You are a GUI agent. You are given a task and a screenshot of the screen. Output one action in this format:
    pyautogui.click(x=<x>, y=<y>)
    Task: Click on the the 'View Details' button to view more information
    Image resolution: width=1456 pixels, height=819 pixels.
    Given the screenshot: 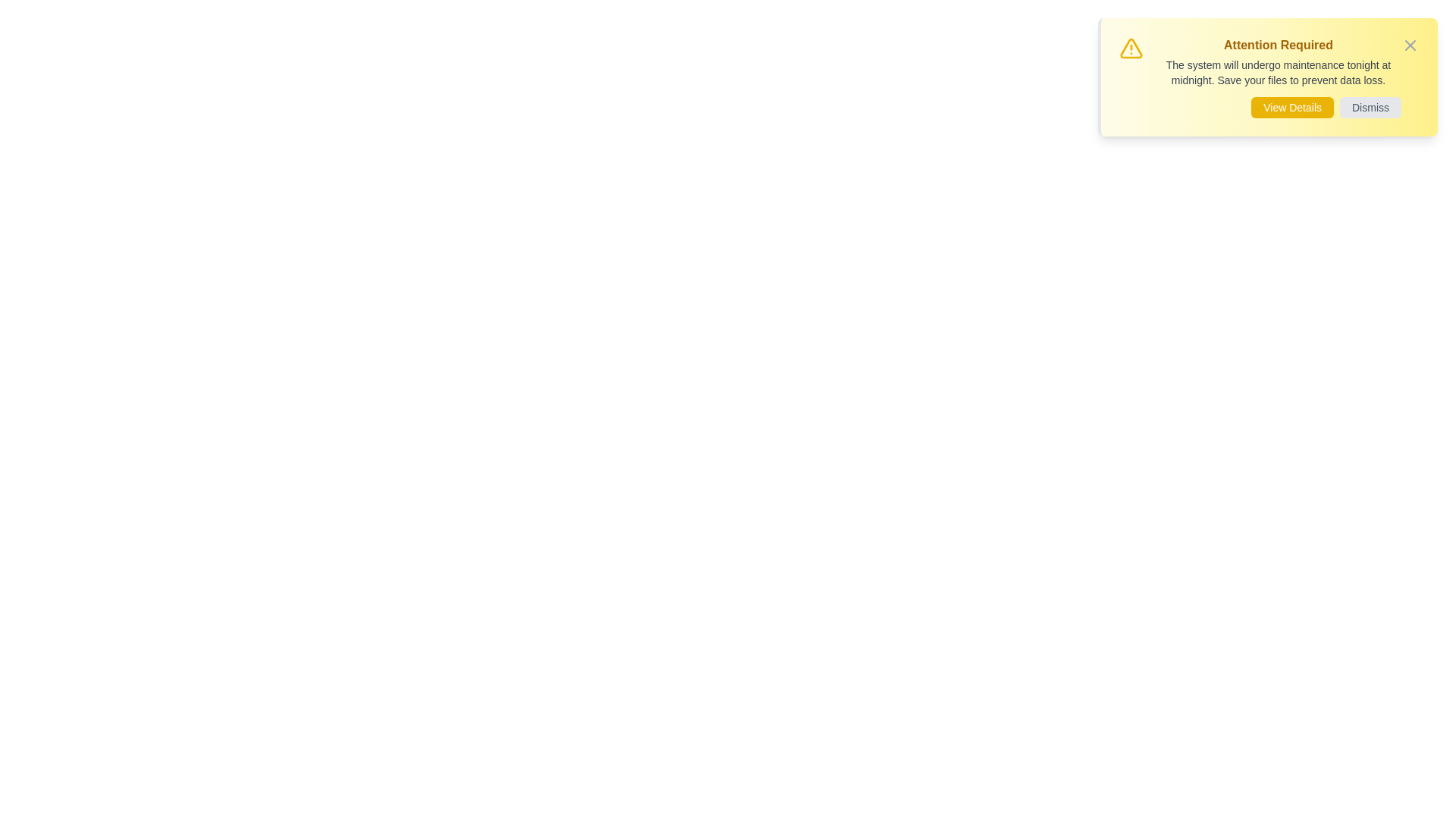 What is the action you would take?
    pyautogui.click(x=1291, y=107)
    